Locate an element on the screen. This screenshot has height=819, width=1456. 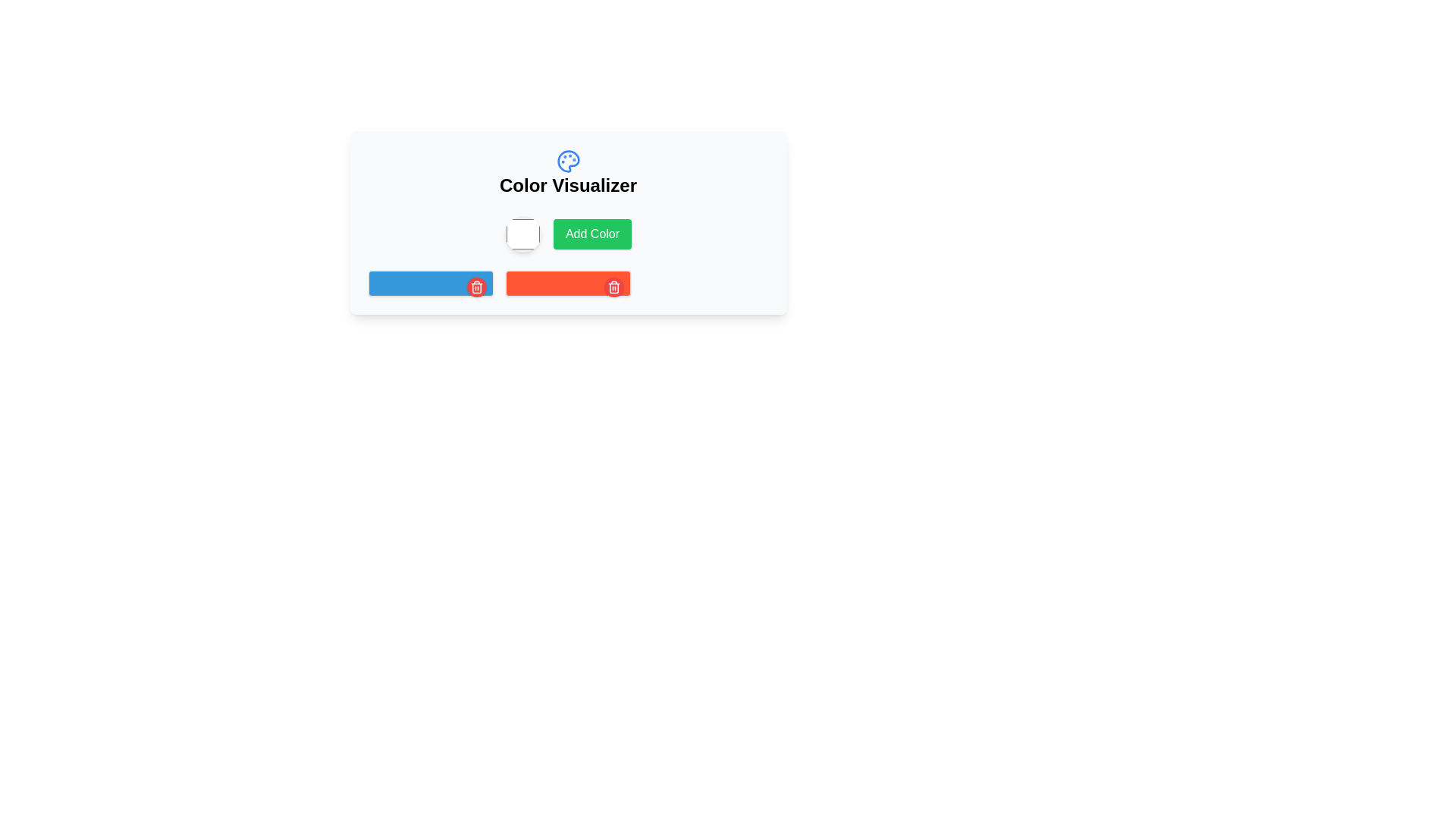
the delete button located at the top-right corner of the red rectangular button to observe any hover effects is located at coordinates (614, 287).